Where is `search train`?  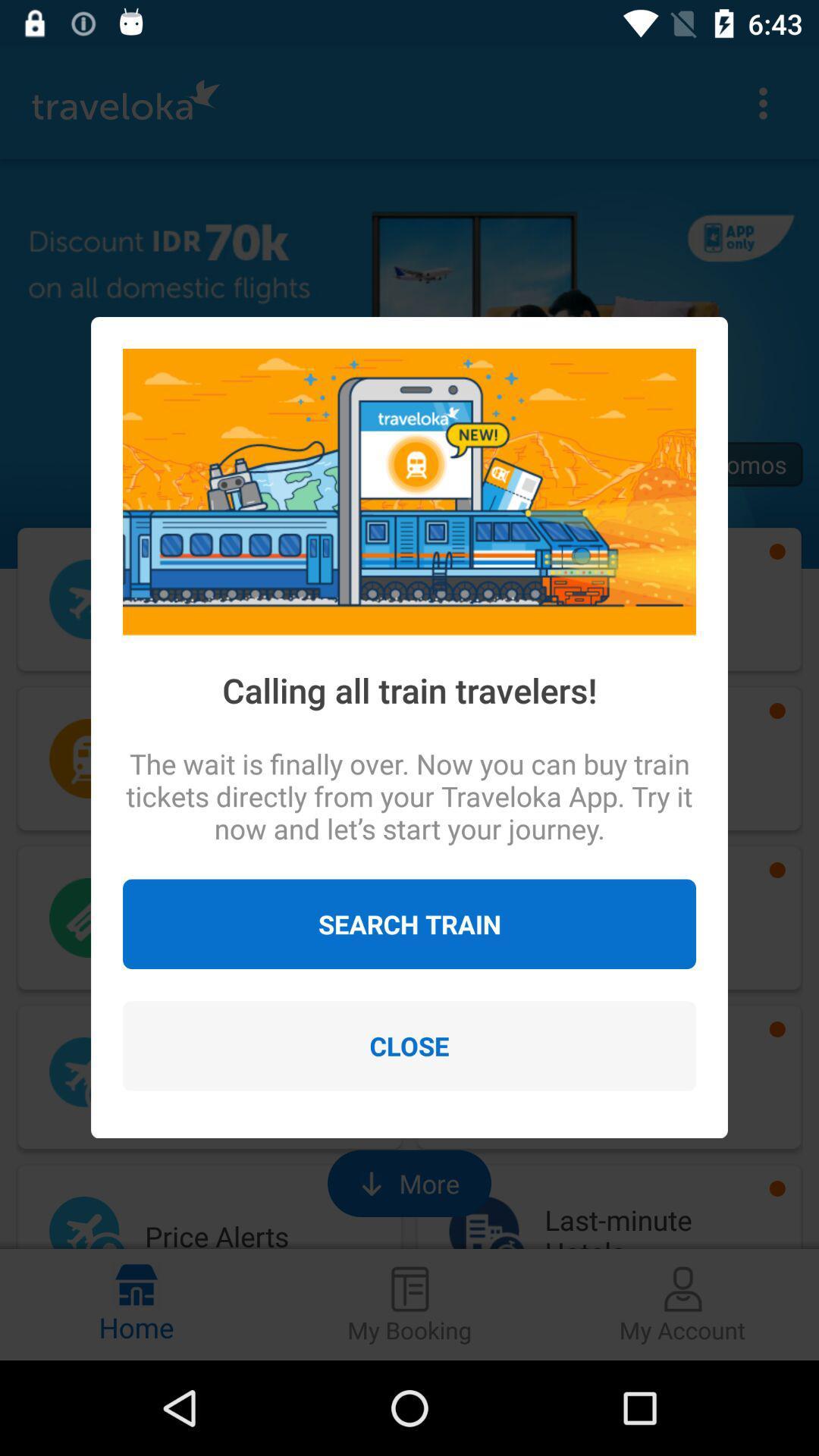
search train is located at coordinates (409, 923).